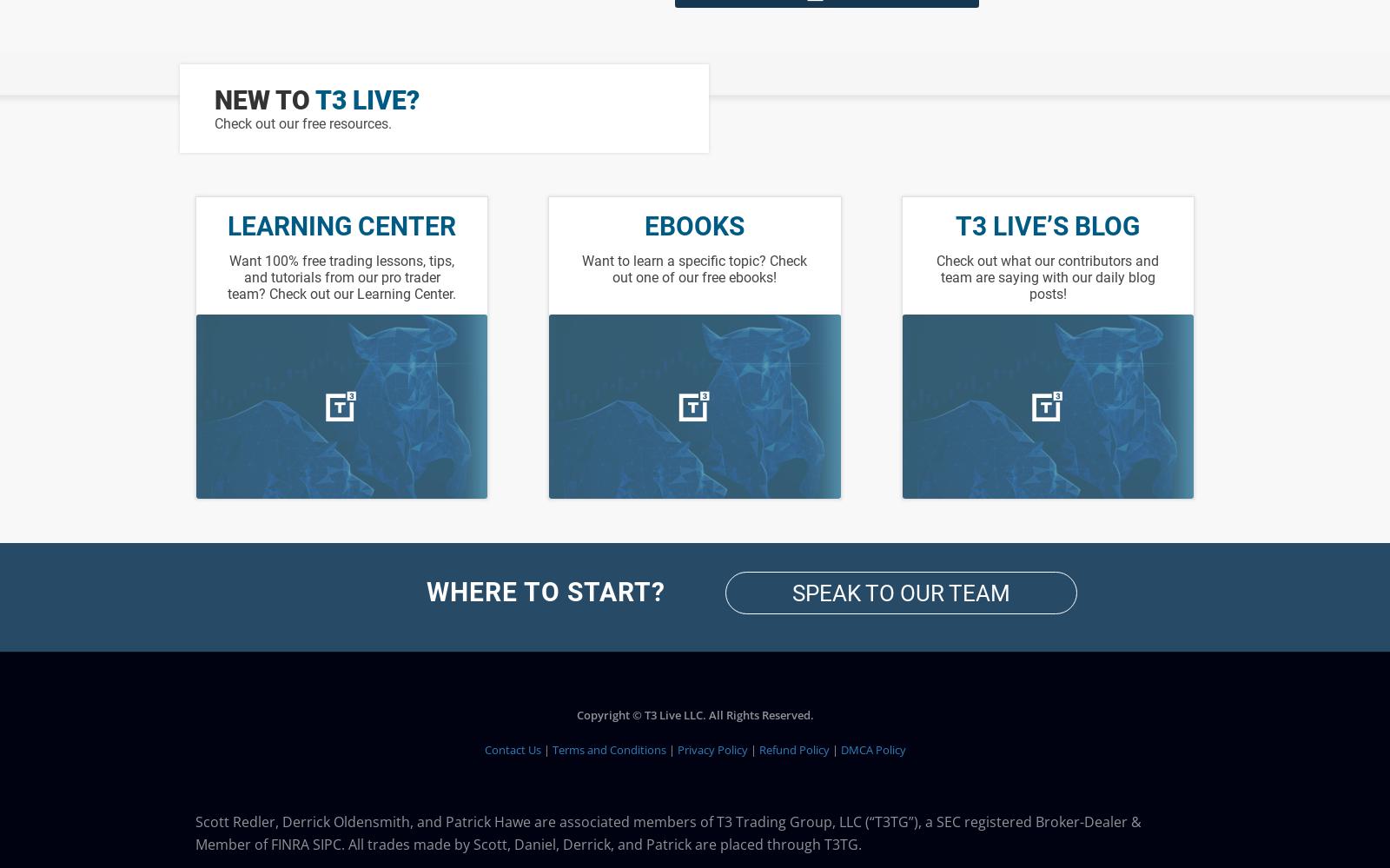 This screenshot has width=1390, height=868. Describe the element at coordinates (511, 749) in the screenshot. I see `'Contact Us'` at that location.